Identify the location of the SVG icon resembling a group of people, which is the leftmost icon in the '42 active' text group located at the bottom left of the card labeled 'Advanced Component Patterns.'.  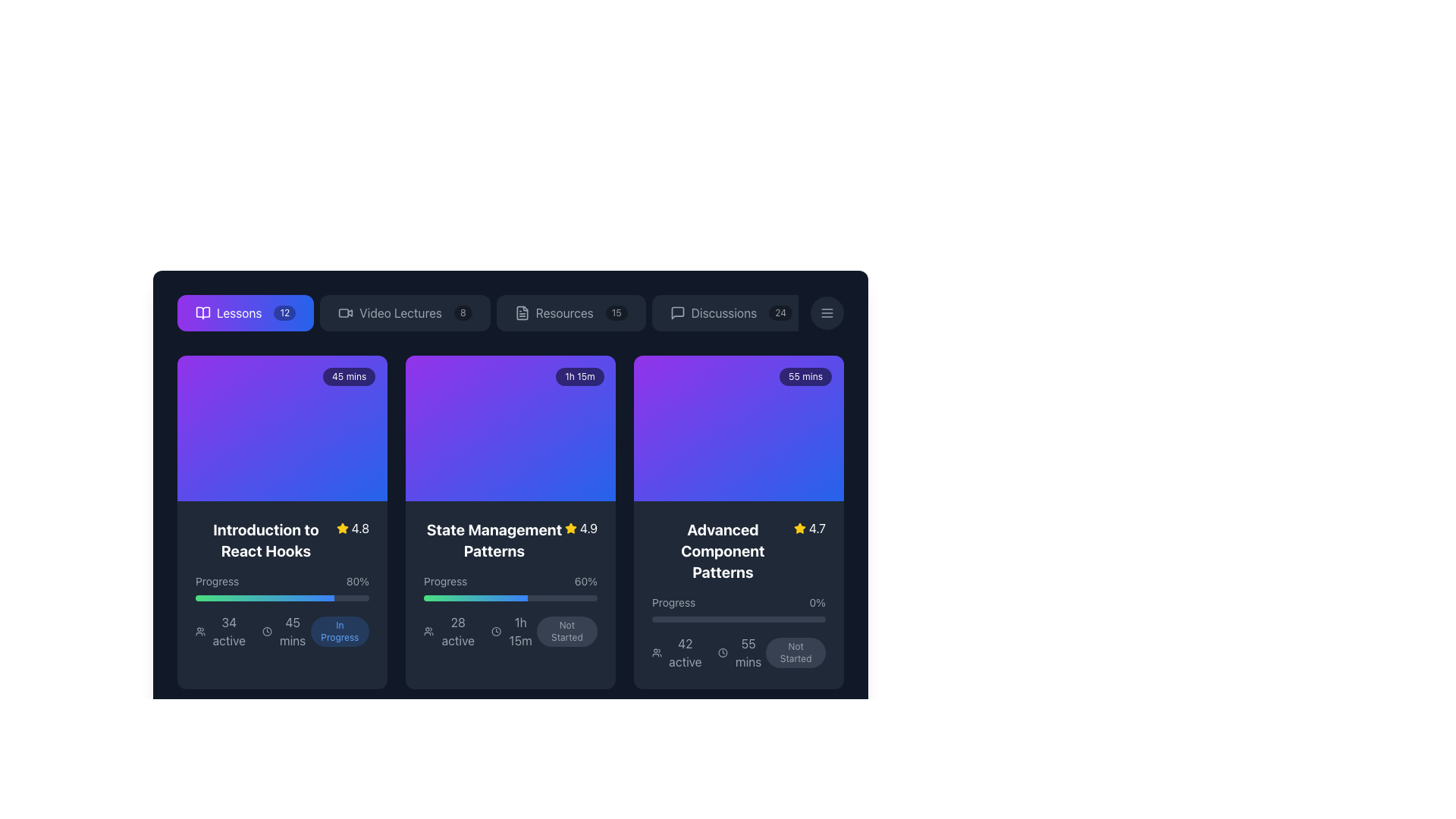
(657, 651).